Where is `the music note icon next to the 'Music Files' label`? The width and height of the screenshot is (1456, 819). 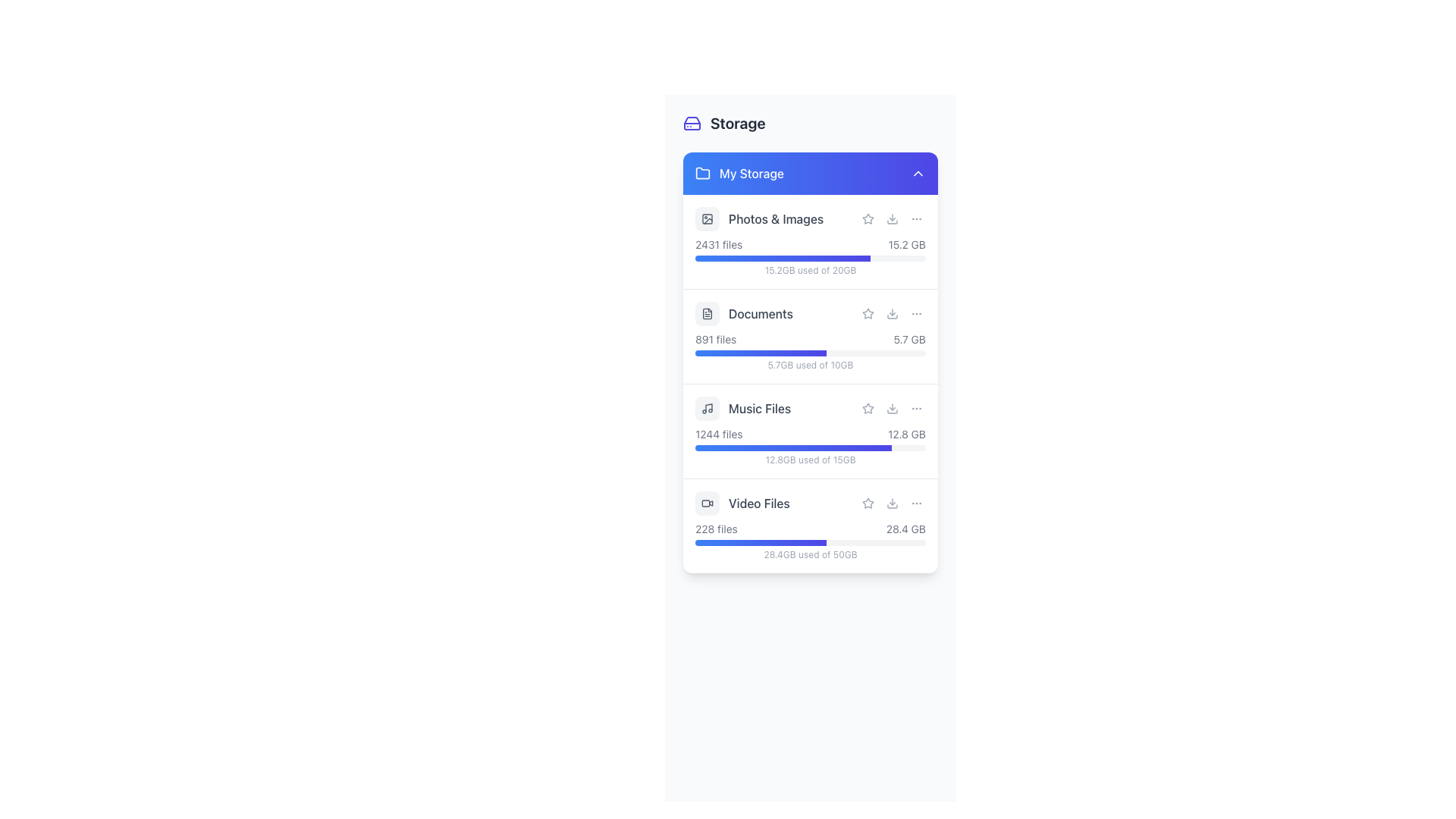
the music note icon next to the 'Music Files' label is located at coordinates (743, 408).